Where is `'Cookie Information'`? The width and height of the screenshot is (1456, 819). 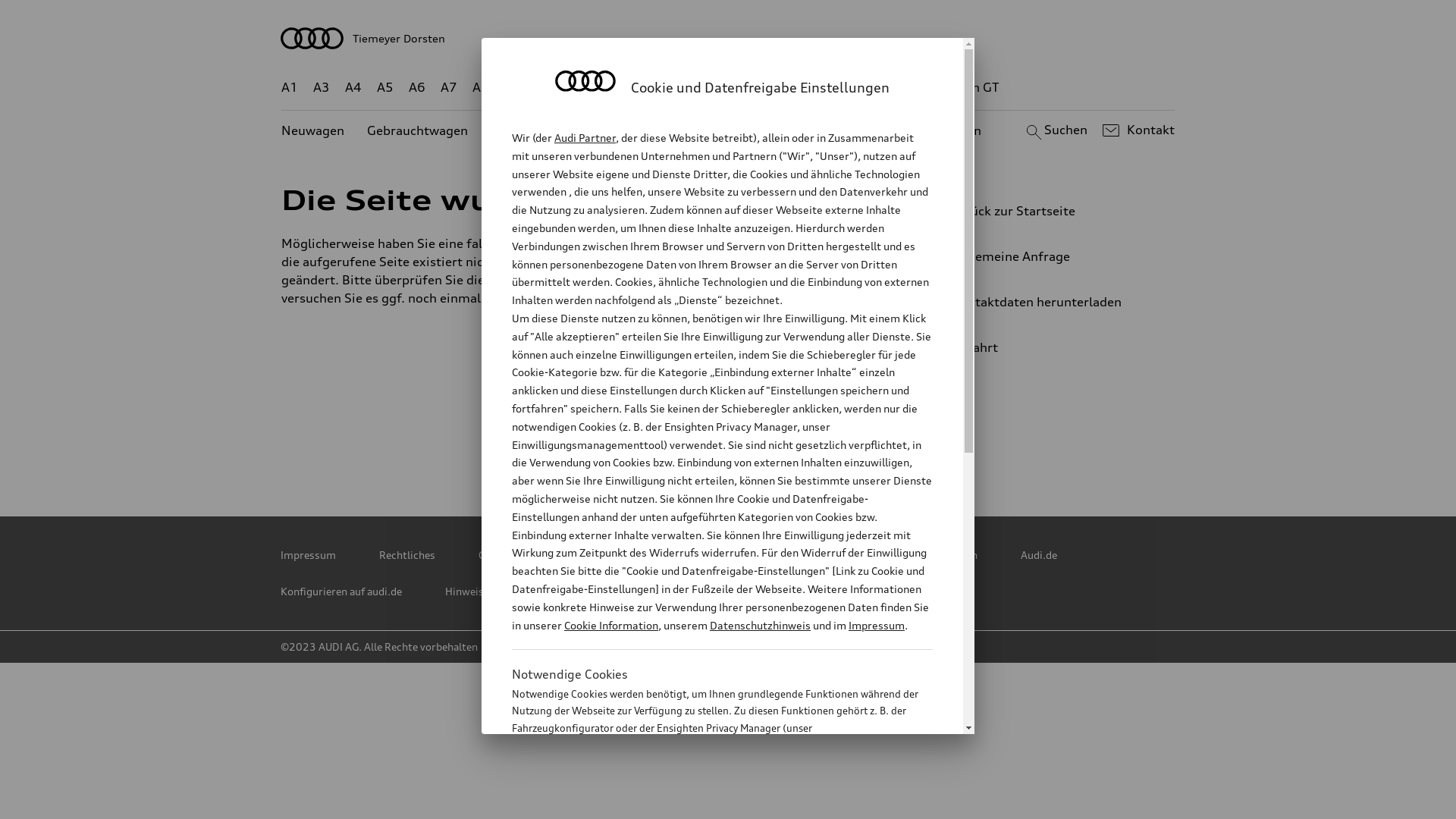 'Cookie Information' is located at coordinates (563, 625).